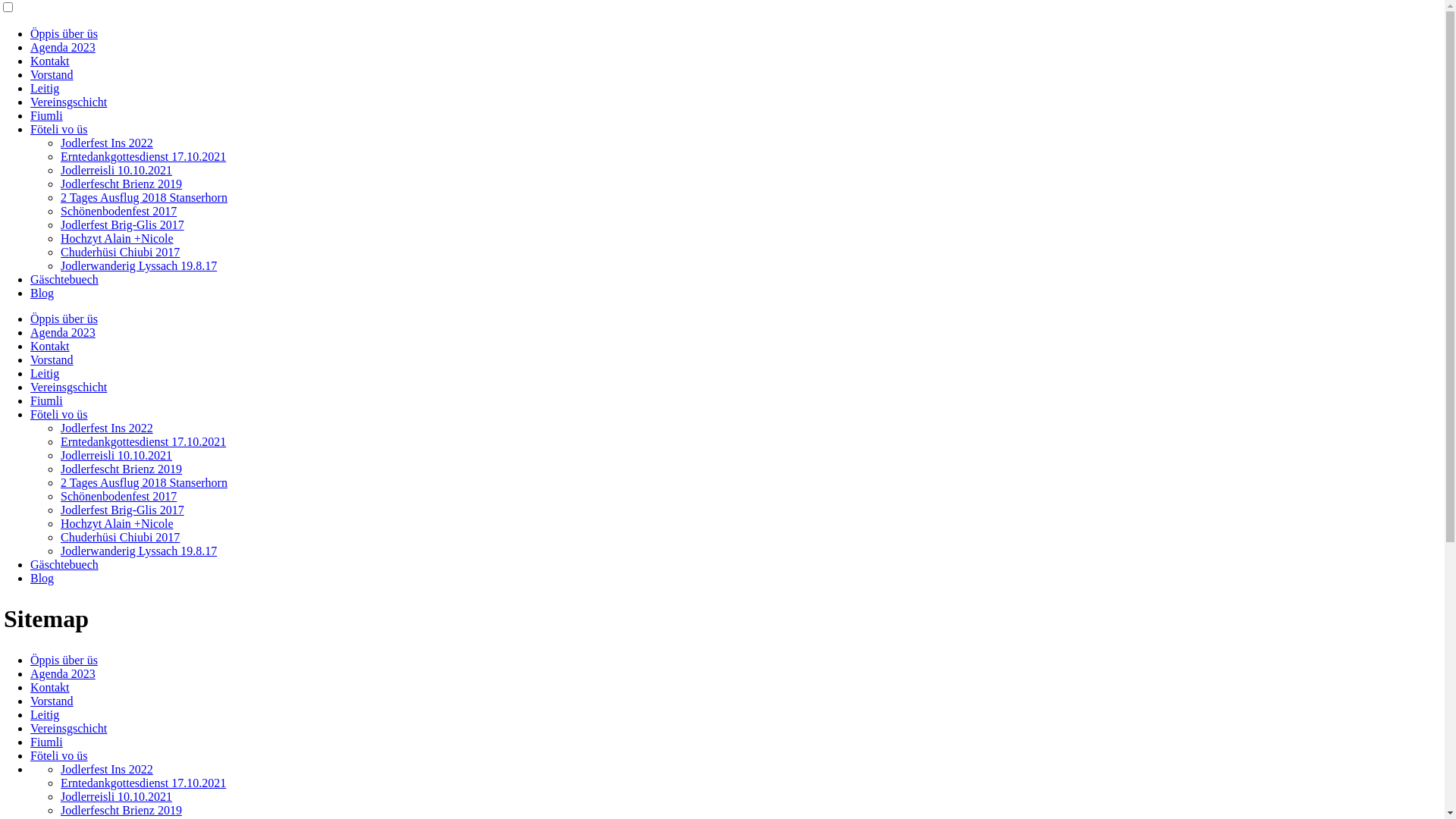 The height and width of the screenshot is (819, 1456). I want to click on 'Jodlerfest Ins 2022', so click(105, 143).